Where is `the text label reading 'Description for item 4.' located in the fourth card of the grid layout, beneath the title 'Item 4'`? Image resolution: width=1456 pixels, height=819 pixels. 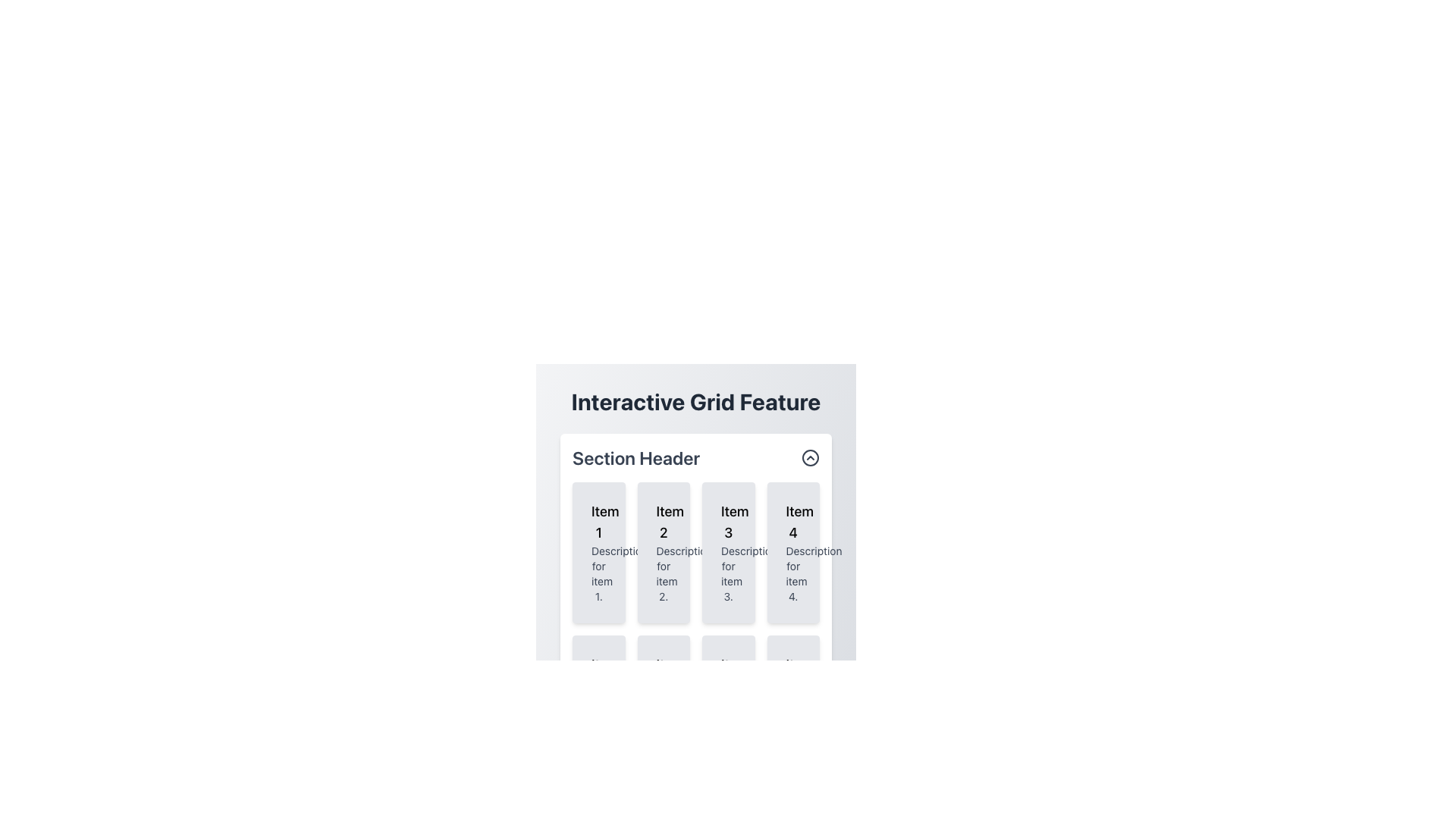
the text label reading 'Description for item 4.' located in the fourth card of the grid layout, beneath the title 'Item 4' is located at coordinates (792, 573).